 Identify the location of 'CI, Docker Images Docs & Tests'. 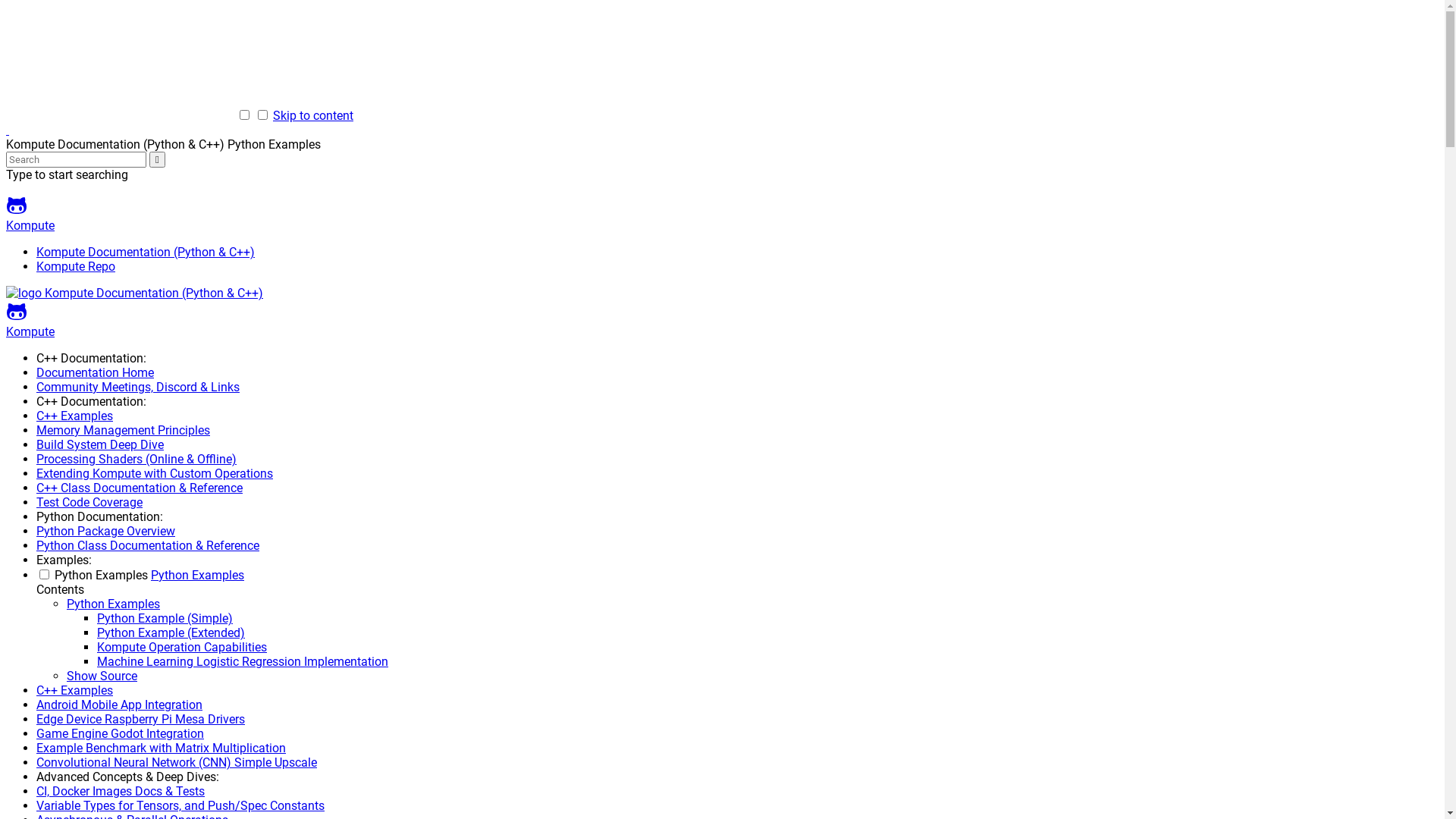
(119, 790).